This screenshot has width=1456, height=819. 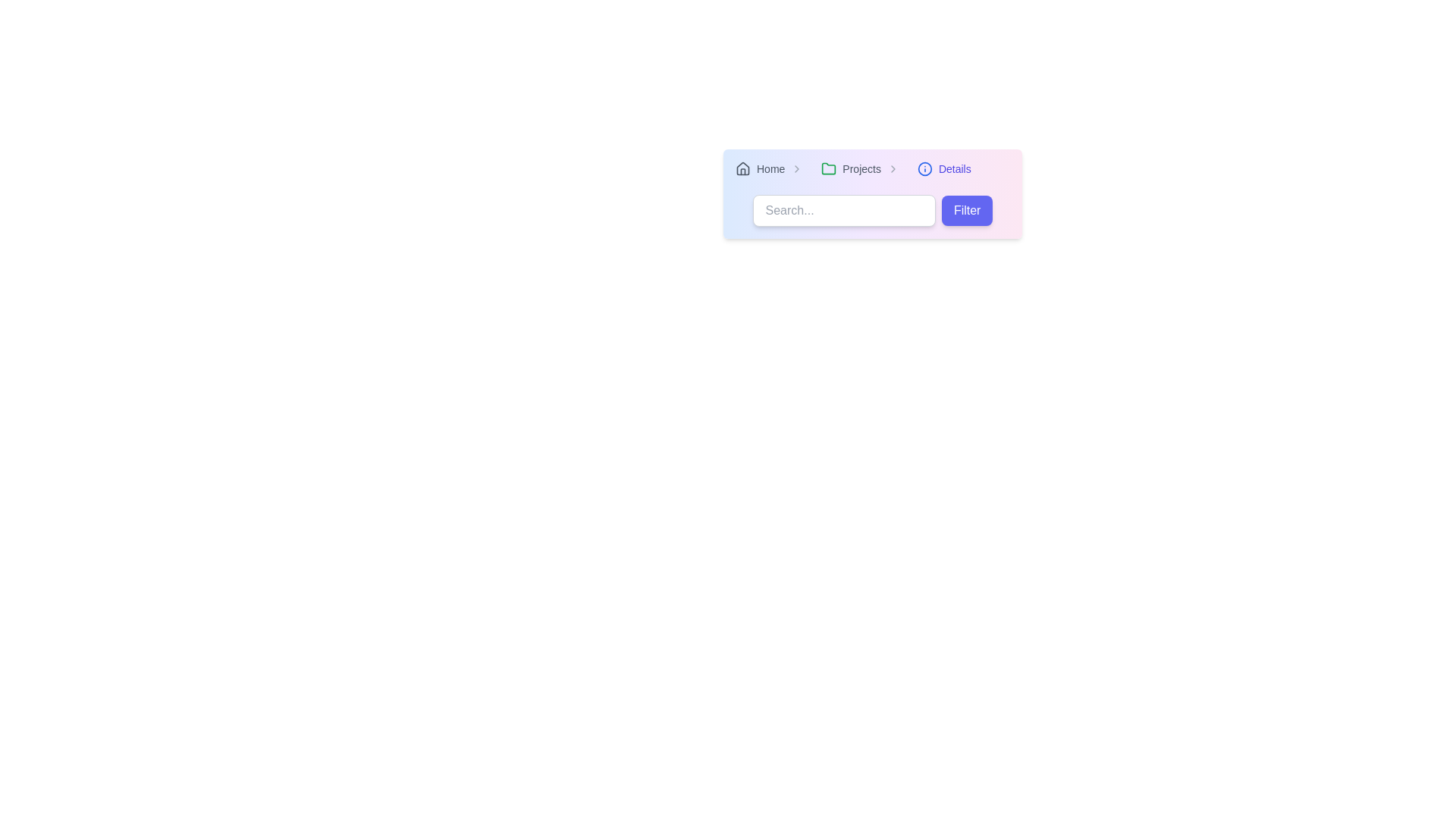 What do you see at coordinates (863, 169) in the screenshot?
I see `the 'Projects' breadcrumb navigation item, which is identified by a green folder icon and the text 'Projects'` at bounding box center [863, 169].